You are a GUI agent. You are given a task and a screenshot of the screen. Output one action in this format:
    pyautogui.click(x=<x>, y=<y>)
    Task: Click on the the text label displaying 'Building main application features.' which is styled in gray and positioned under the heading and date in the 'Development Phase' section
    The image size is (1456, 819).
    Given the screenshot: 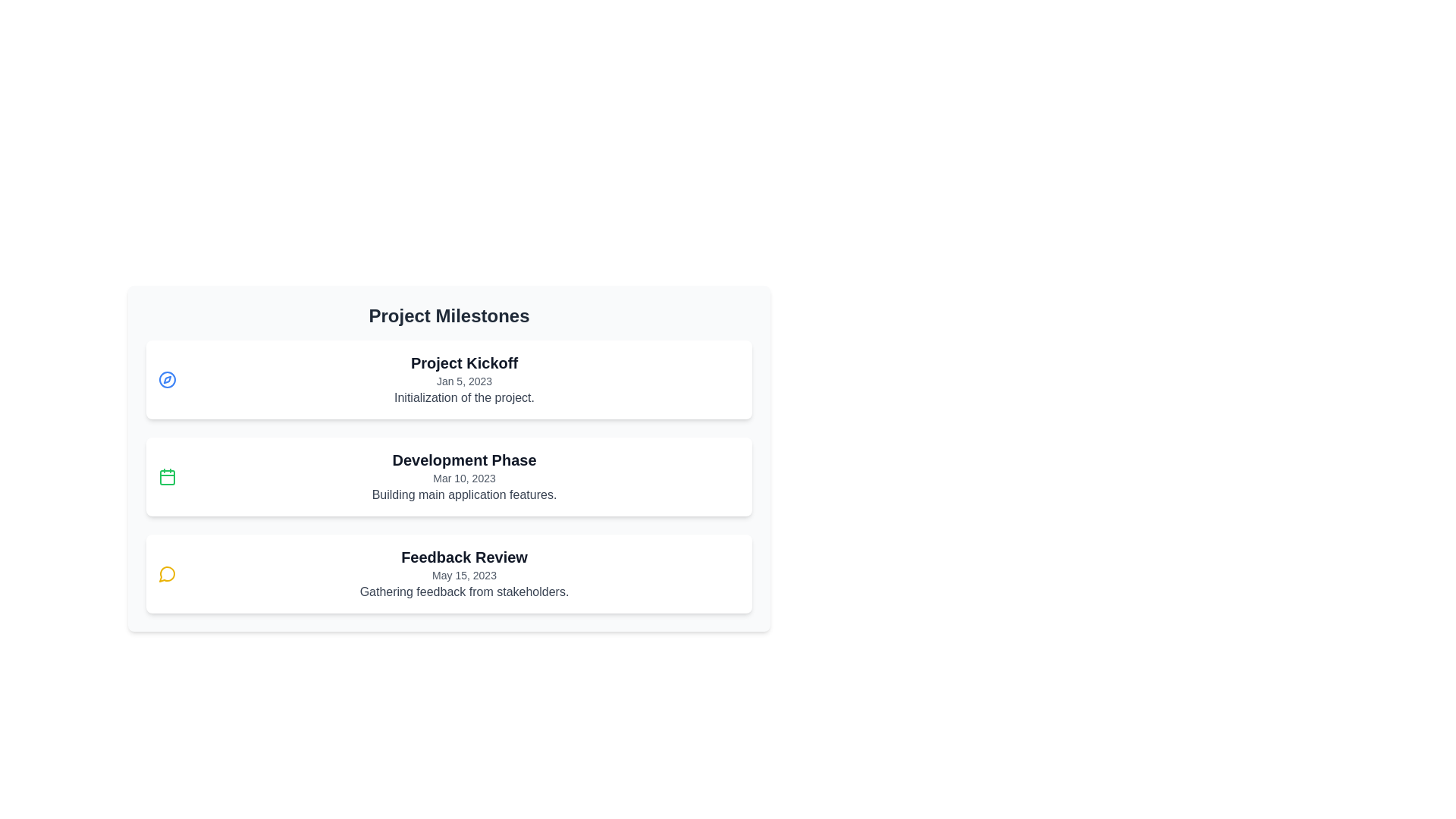 What is the action you would take?
    pyautogui.click(x=463, y=494)
    